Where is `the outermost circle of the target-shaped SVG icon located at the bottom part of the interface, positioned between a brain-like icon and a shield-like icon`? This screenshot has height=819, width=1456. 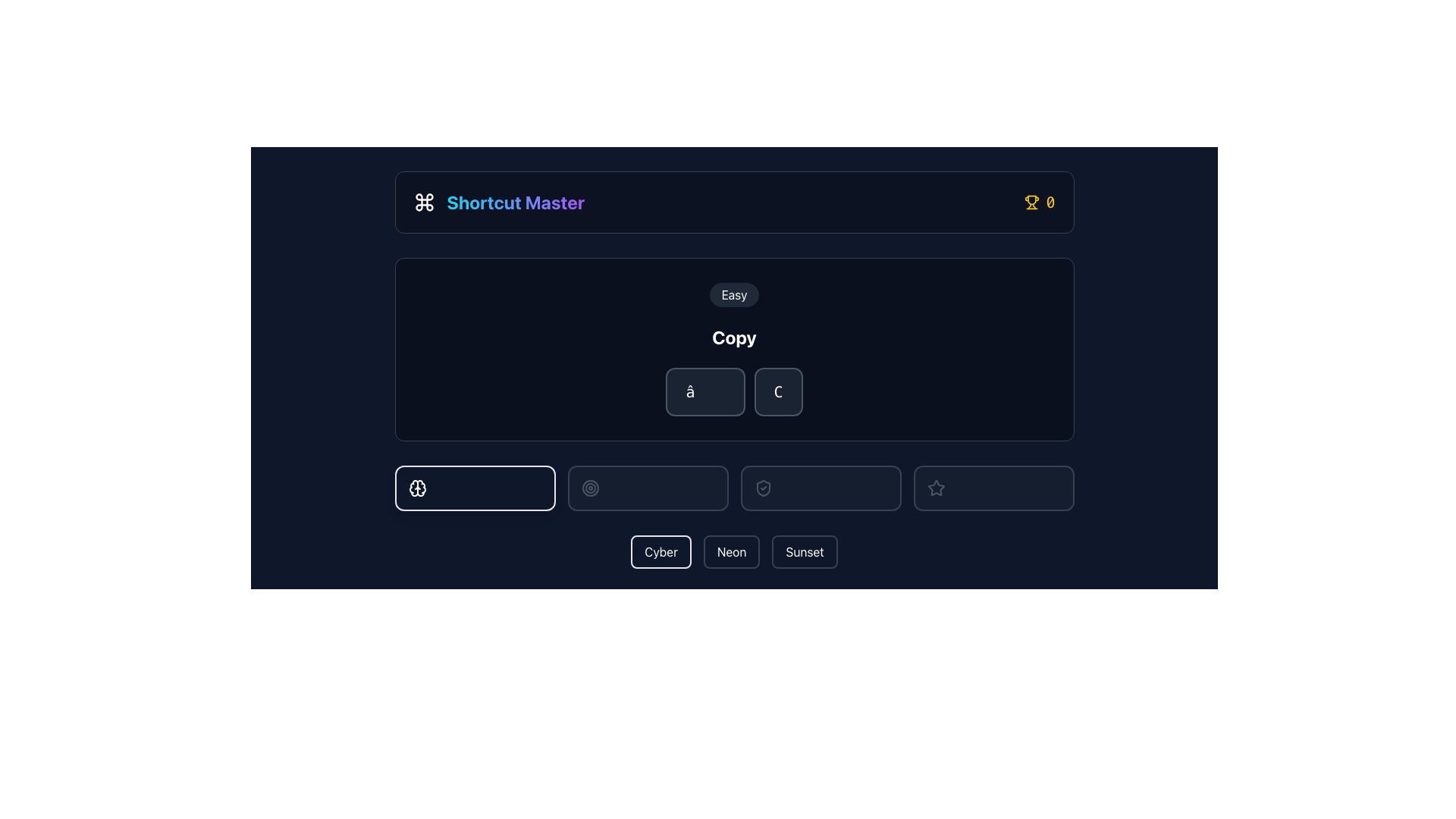
the outermost circle of the target-shaped SVG icon located at the bottom part of the interface, positioned between a brain-like icon and a shield-like icon is located at coordinates (589, 488).